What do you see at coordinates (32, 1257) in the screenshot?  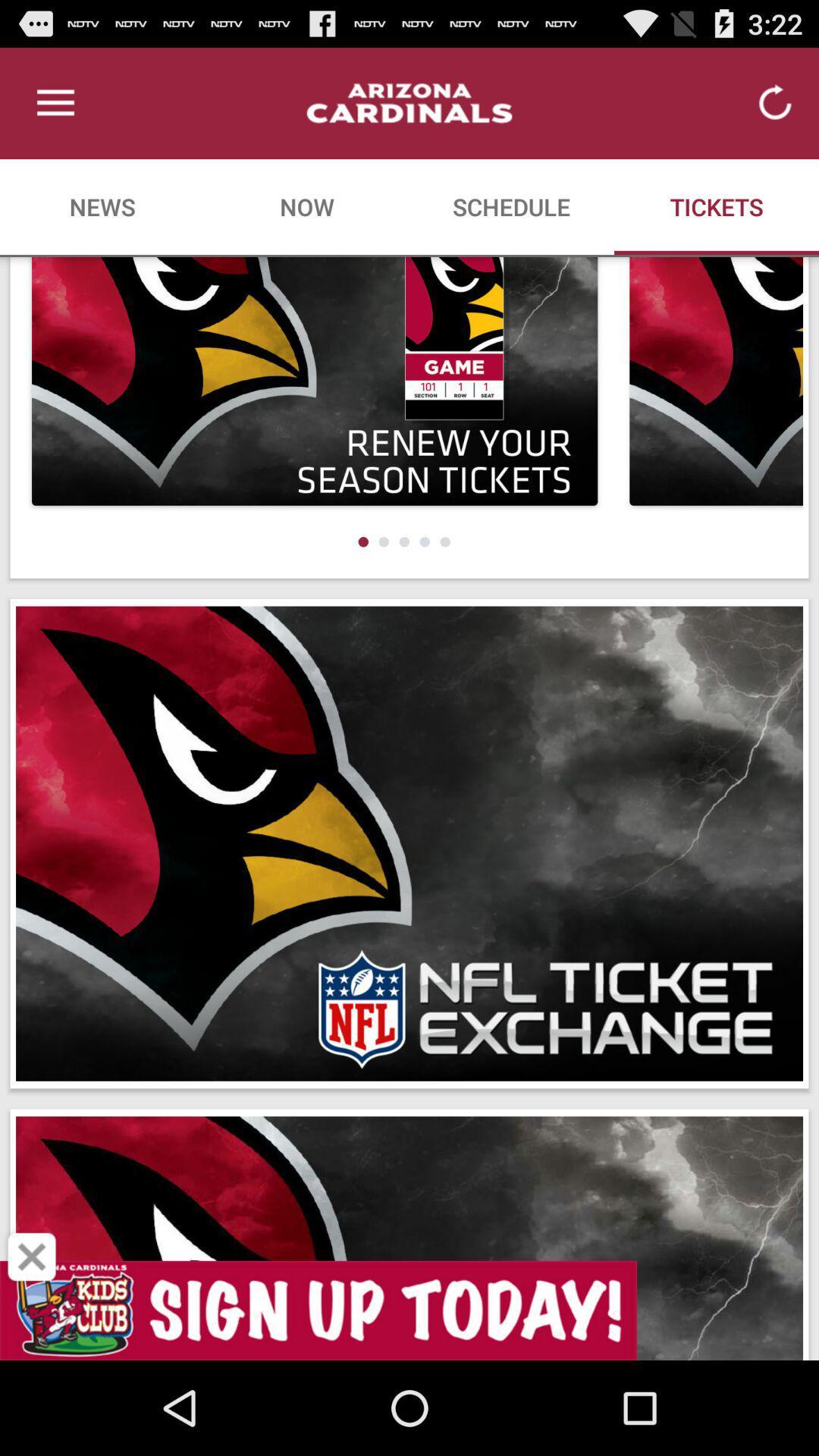 I see `pop up advertisement option` at bounding box center [32, 1257].